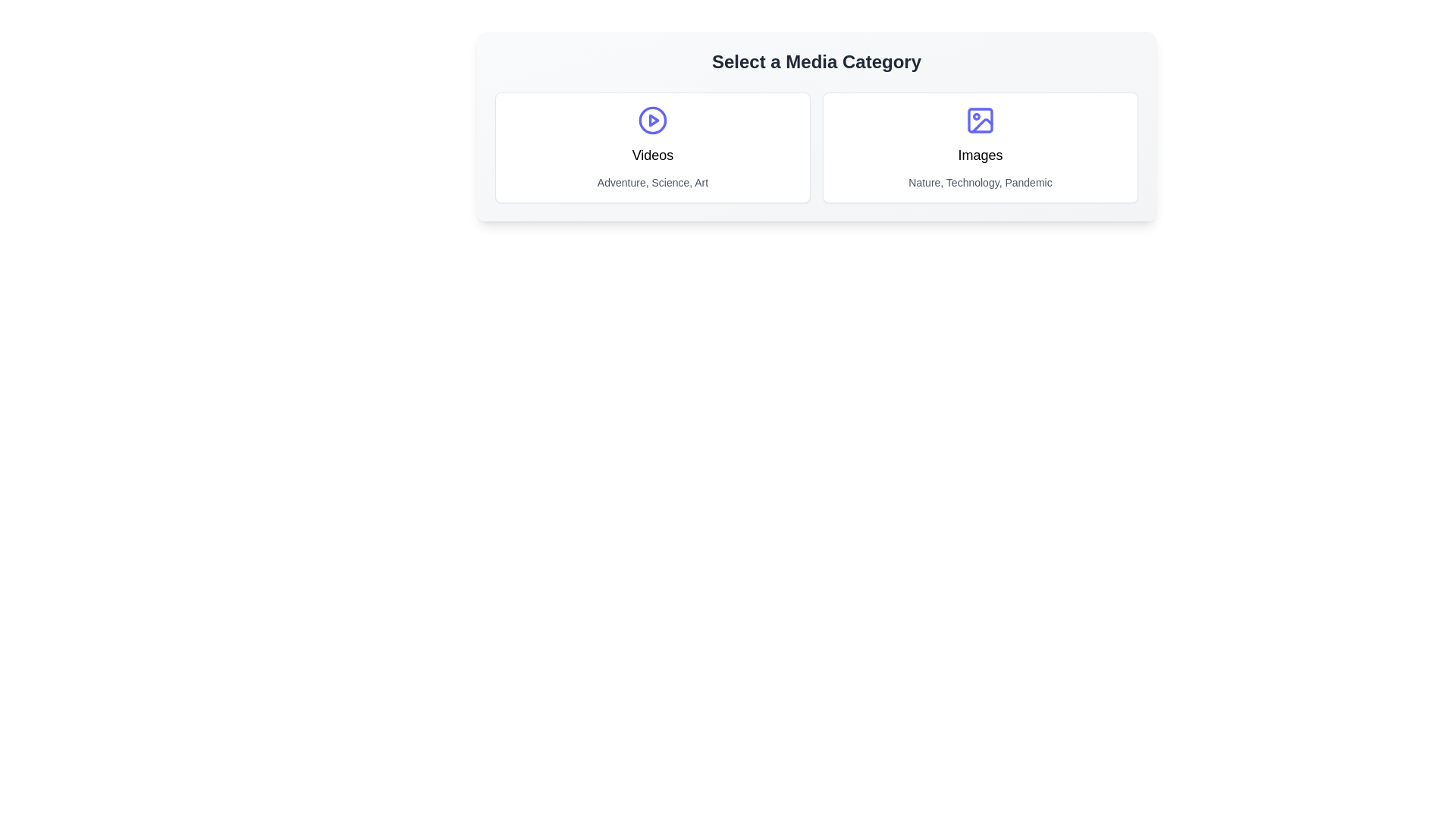 The width and height of the screenshot is (1456, 819). Describe the element at coordinates (980, 148) in the screenshot. I see `the category Images` at that location.